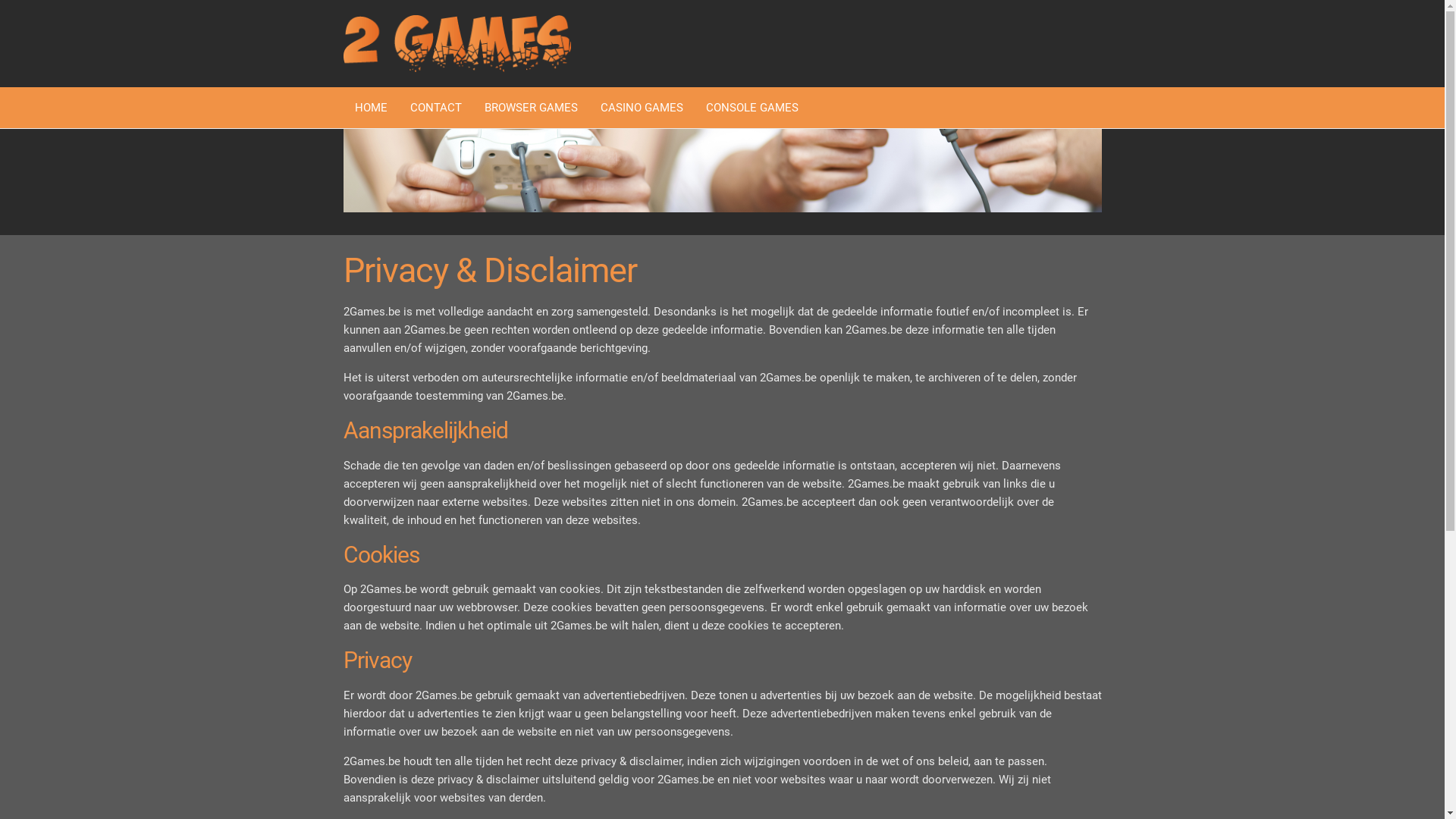 The image size is (1456, 819). What do you see at coordinates (435, 107) in the screenshot?
I see `'CONTACT'` at bounding box center [435, 107].